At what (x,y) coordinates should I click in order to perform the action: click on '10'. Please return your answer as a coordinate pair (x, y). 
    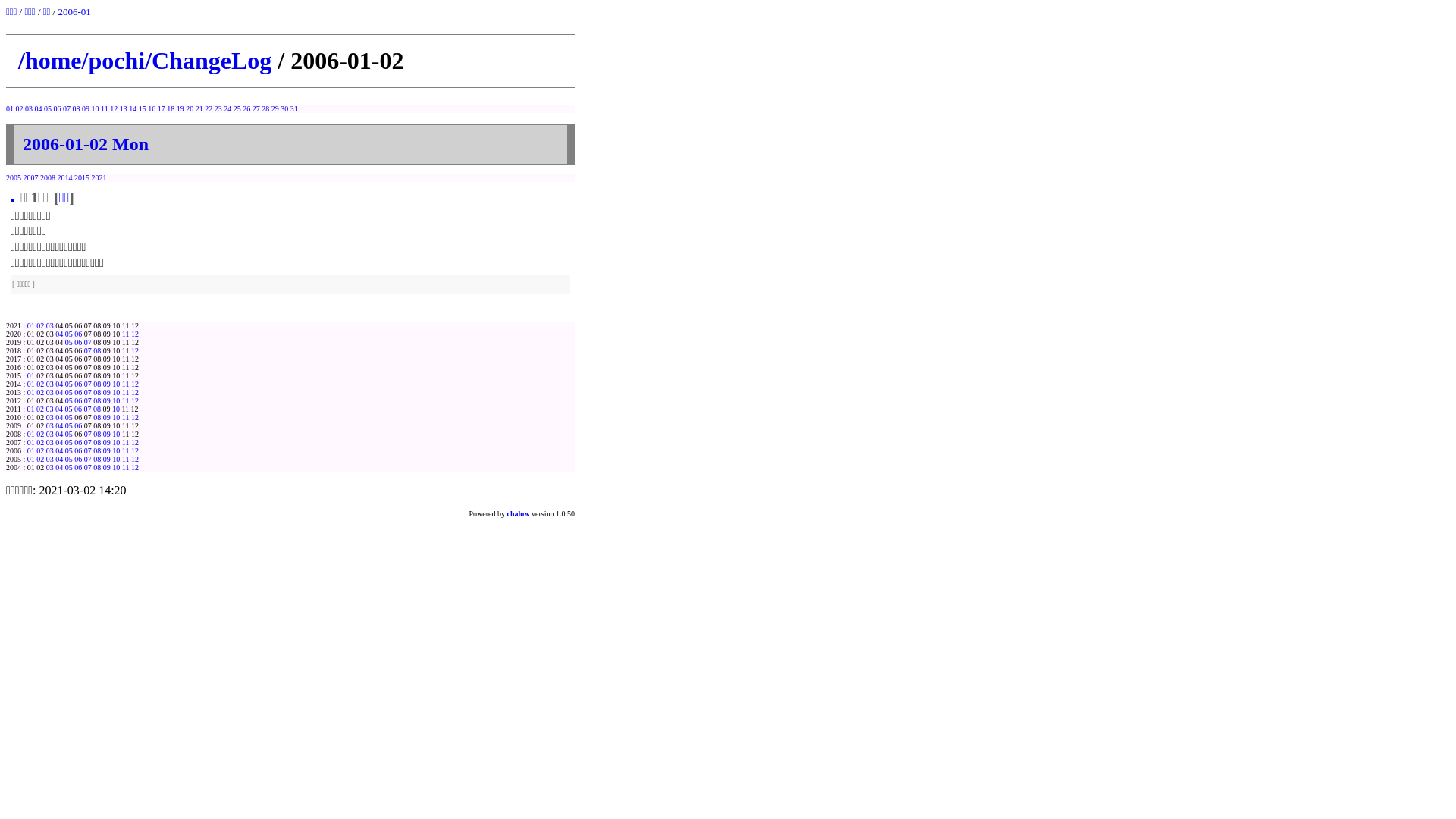
    Looking at the image, I should click on (90, 108).